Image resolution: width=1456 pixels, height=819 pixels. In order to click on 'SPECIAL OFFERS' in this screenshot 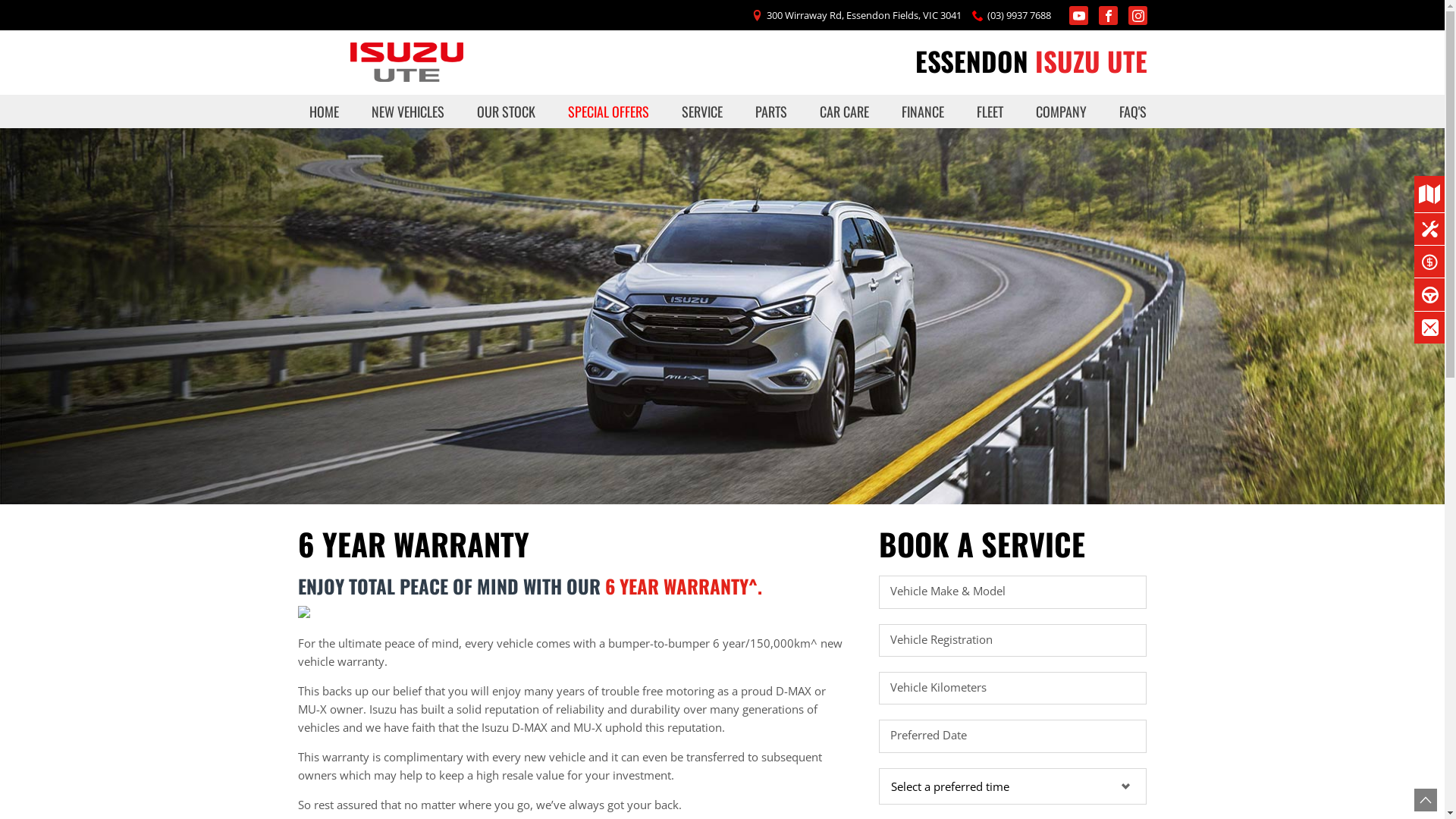, I will do `click(608, 110)`.